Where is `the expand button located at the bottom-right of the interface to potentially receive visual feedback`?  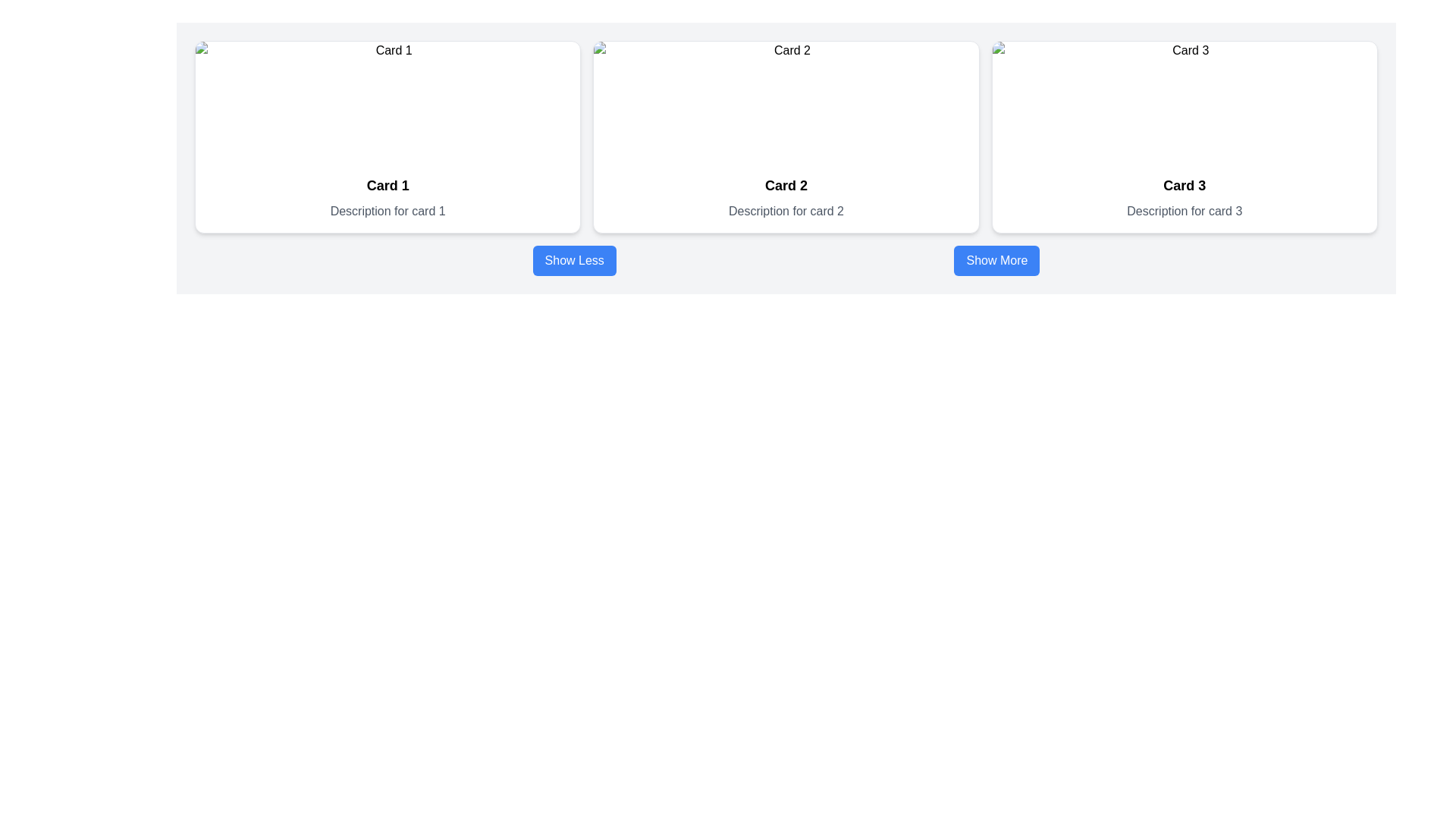
the expand button located at the bottom-right of the interface to potentially receive visual feedback is located at coordinates (996, 259).